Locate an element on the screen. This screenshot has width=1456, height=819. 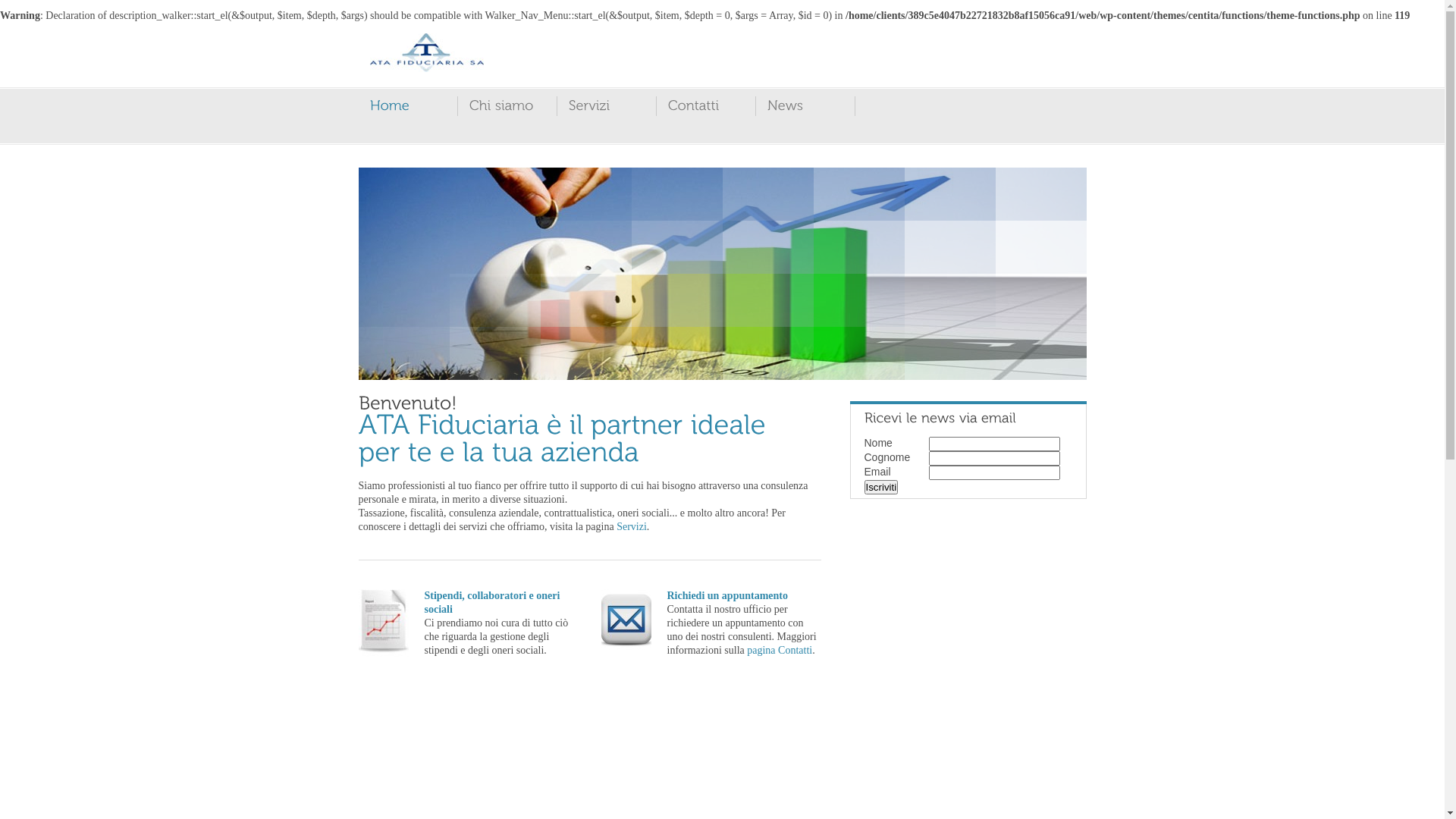
'Servizi' is located at coordinates (632, 526).